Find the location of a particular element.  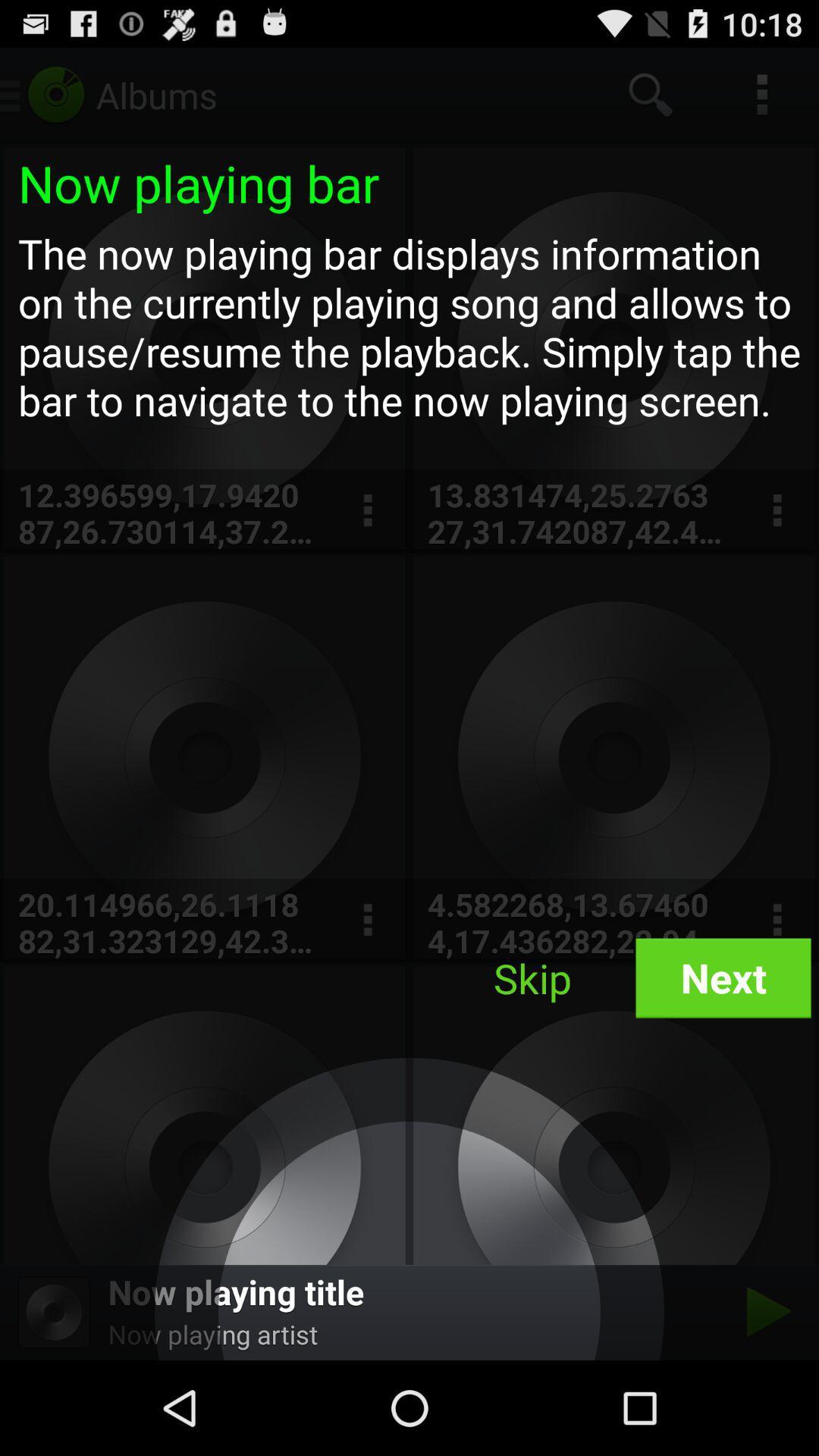

see options is located at coordinates (777, 510).